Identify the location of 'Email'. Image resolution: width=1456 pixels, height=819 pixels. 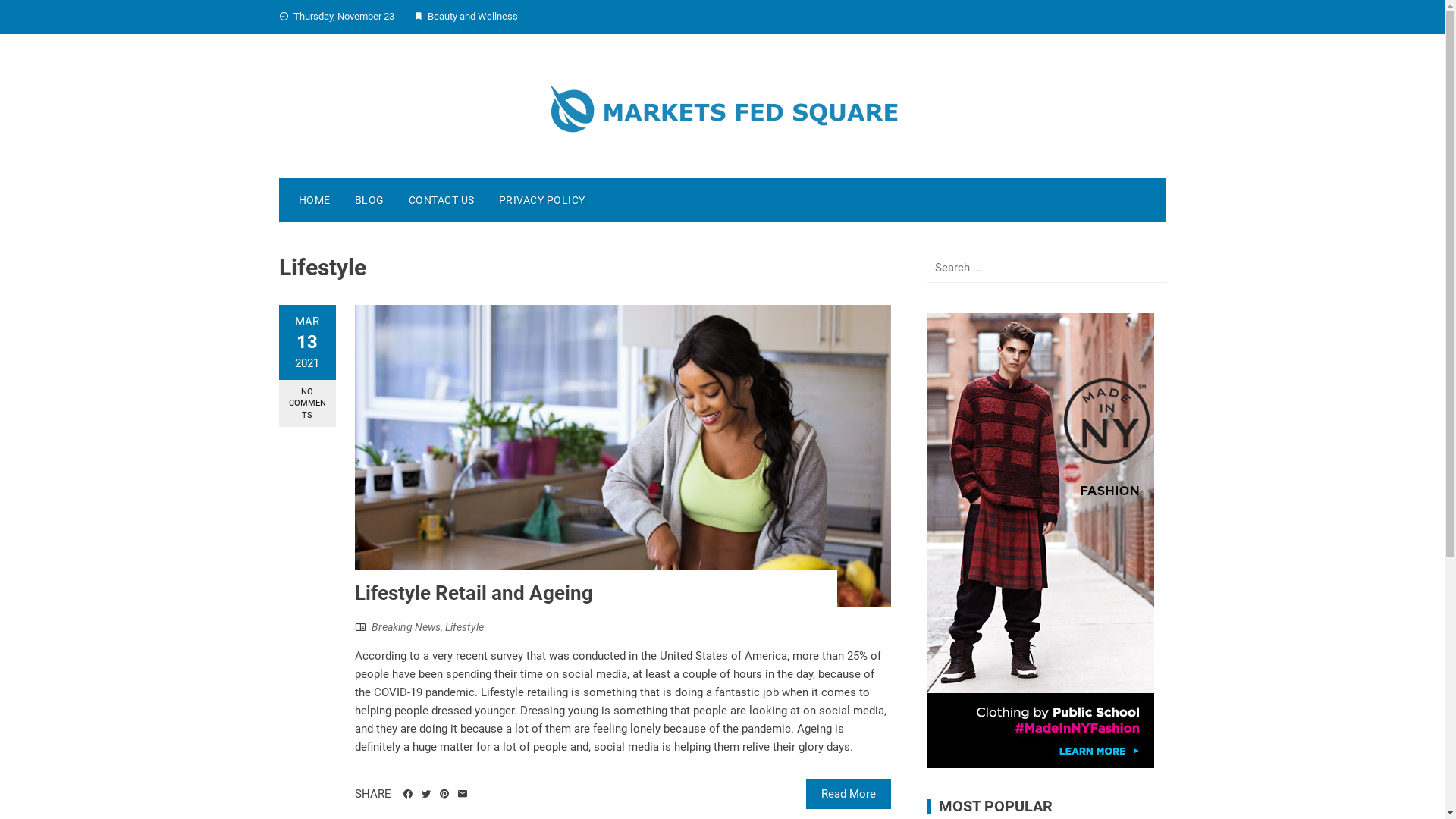
(453, 792).